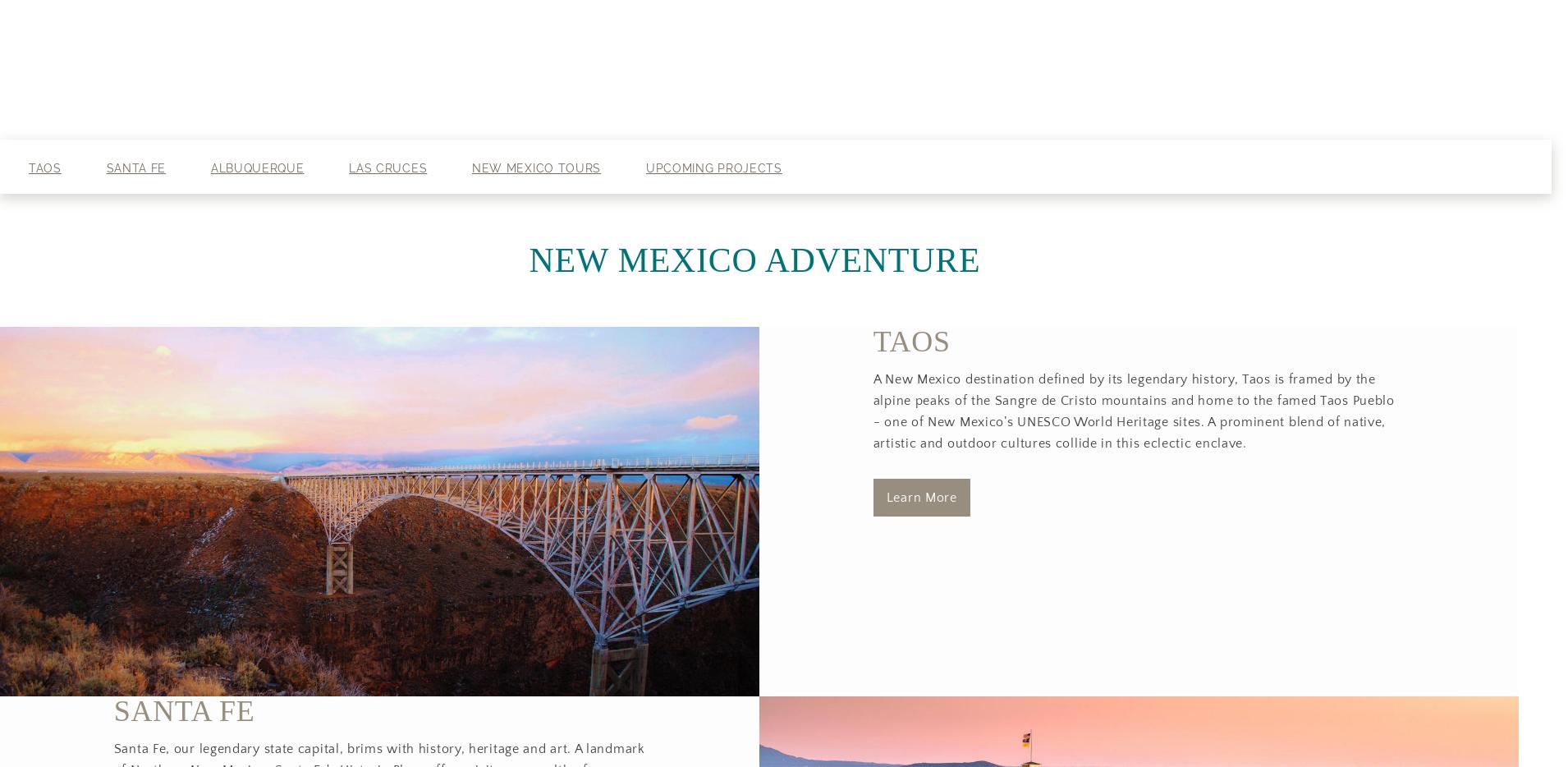  What do you see at coordinates (135, 168) in the screenshot?
I see `'Santa Fe'` at bounding box center [135, 168].